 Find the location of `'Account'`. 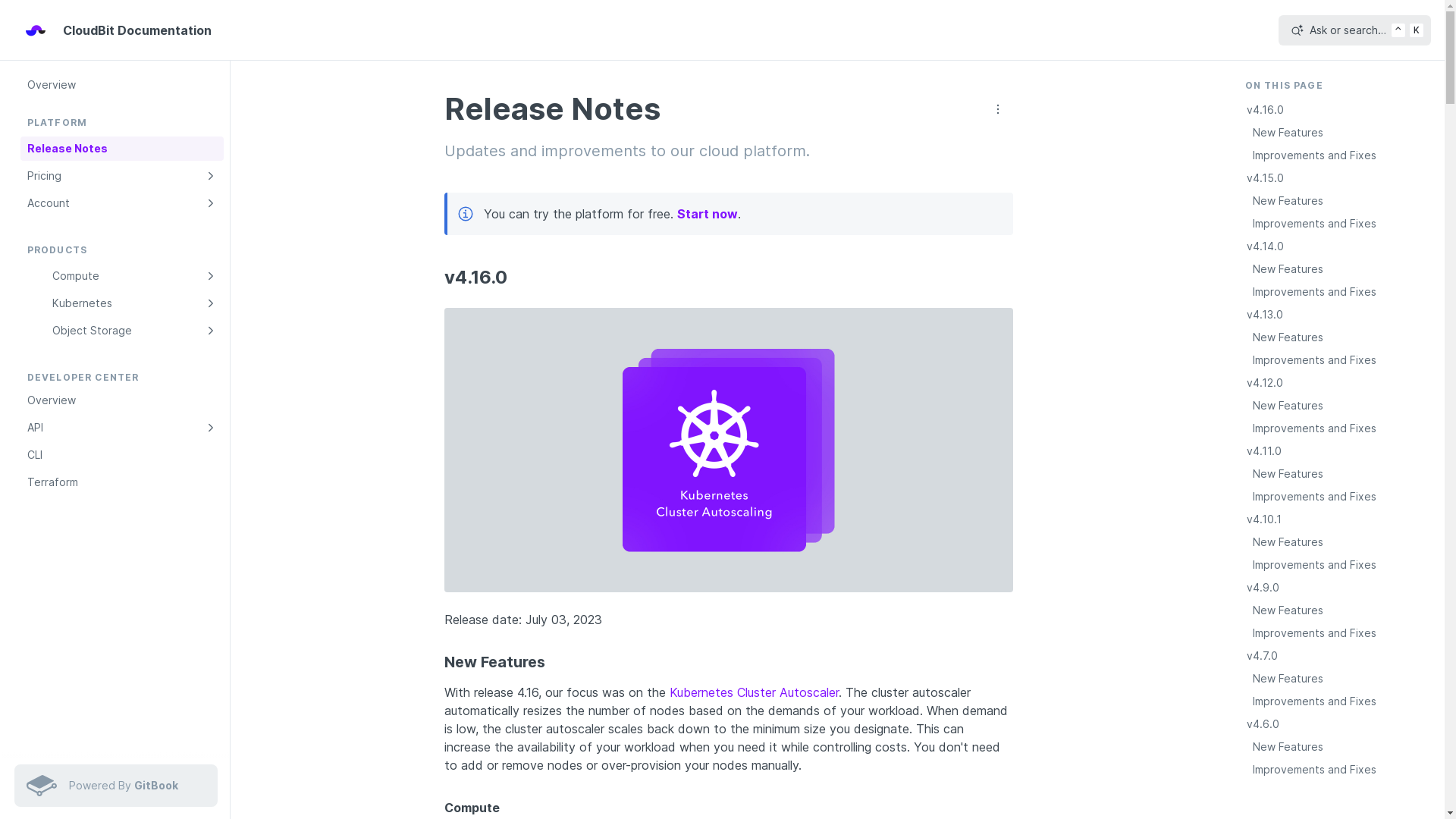

'Account' is located at coordinates (120, 202).